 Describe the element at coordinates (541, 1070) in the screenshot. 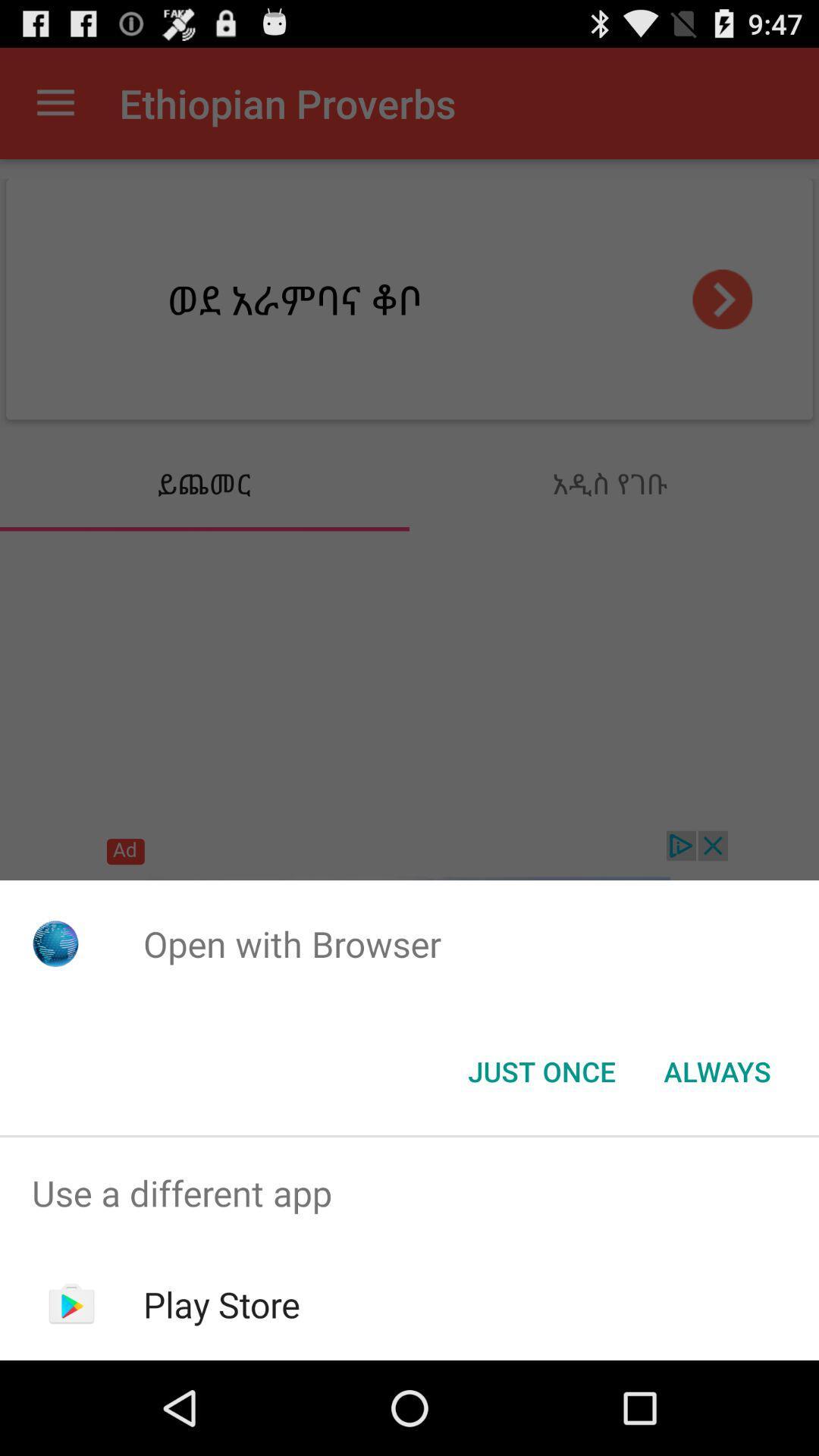

I see `icon below the open with browser app` at that location.